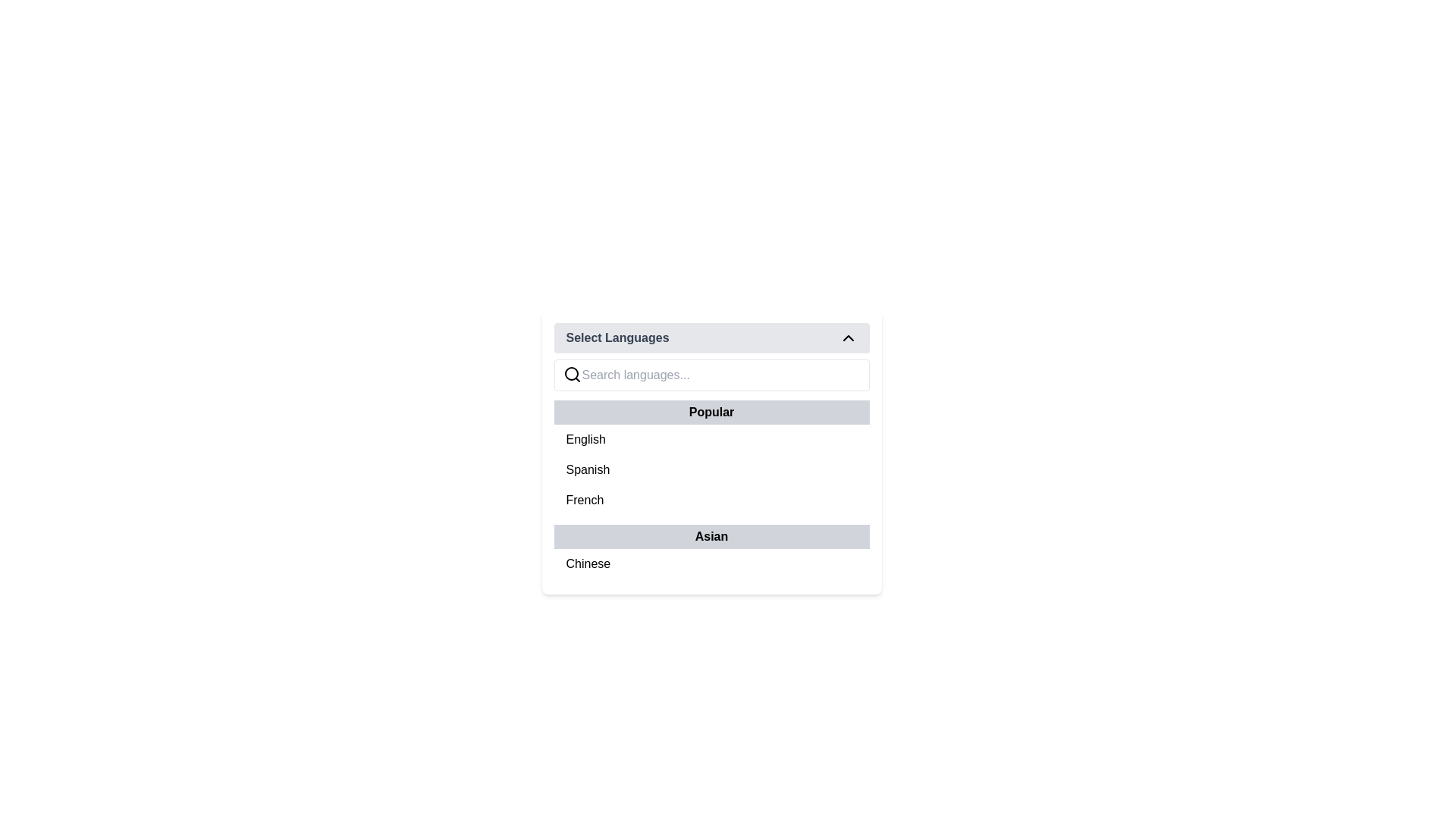  What do you see at coordinates (584, 500) in the screenshot?
I see `the 'French' text in the dropdown menu` at bounding box center [584, 500].